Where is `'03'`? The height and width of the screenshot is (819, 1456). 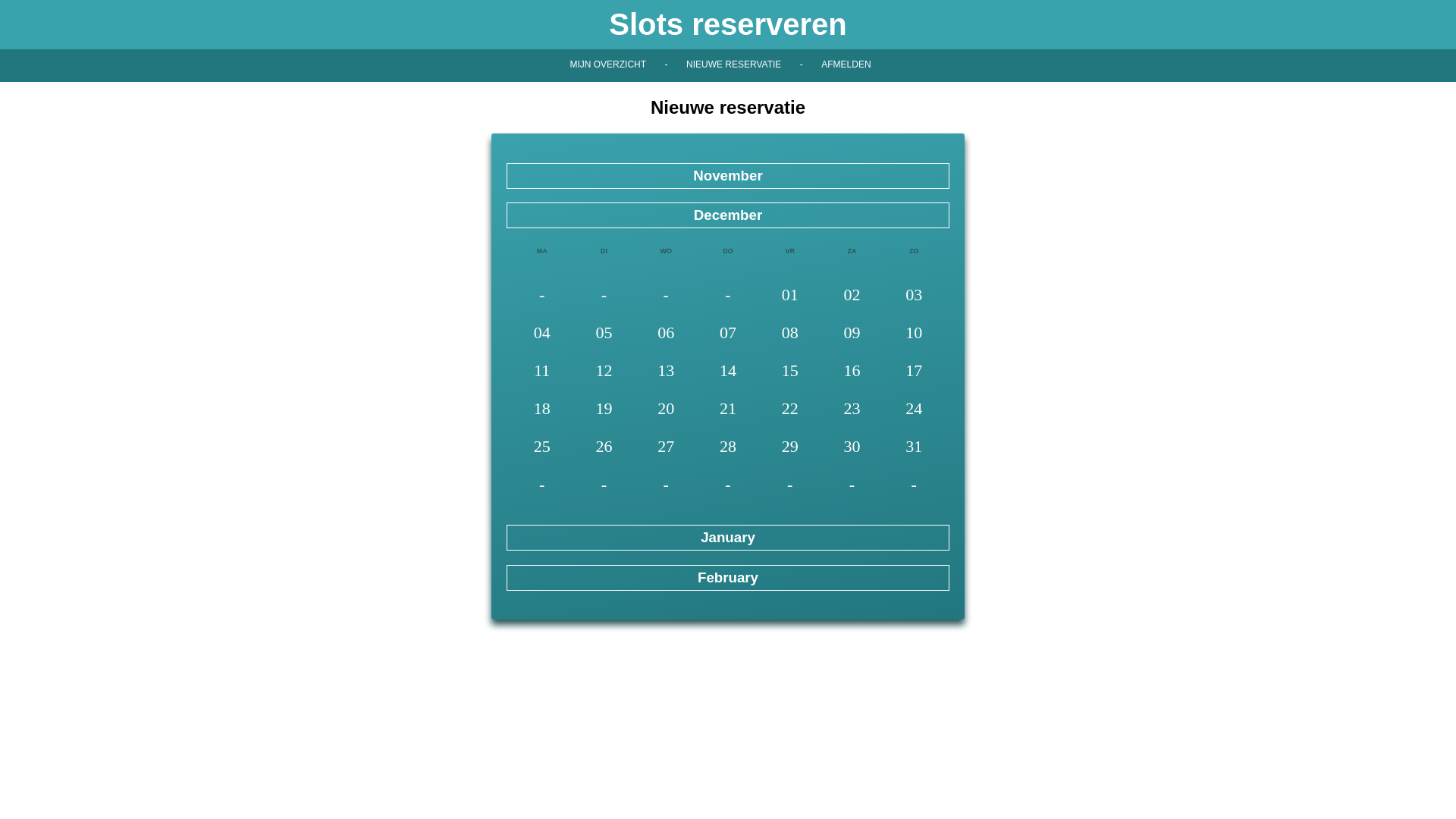 '03' is located at coordinates (912, 296).